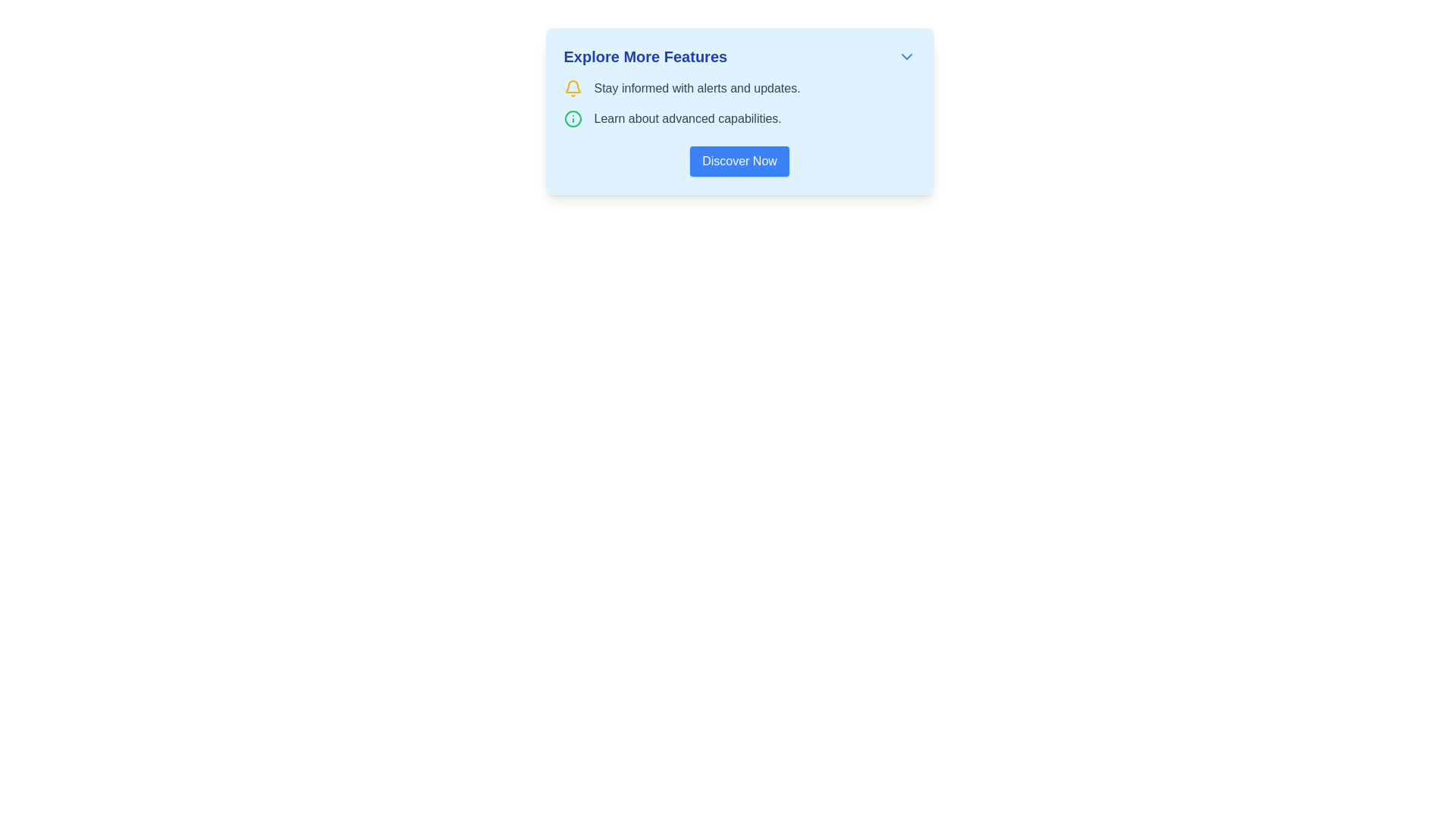 The image size is (1456, 819). What do you see at coordinates (572, 88) in the screenshot?
I see `the bell-shaped notification icon with a yellow outline, positioned to the left of the text 'Stay informed with alerts and updates' on a light blue background` at bounding box center [572, 88].